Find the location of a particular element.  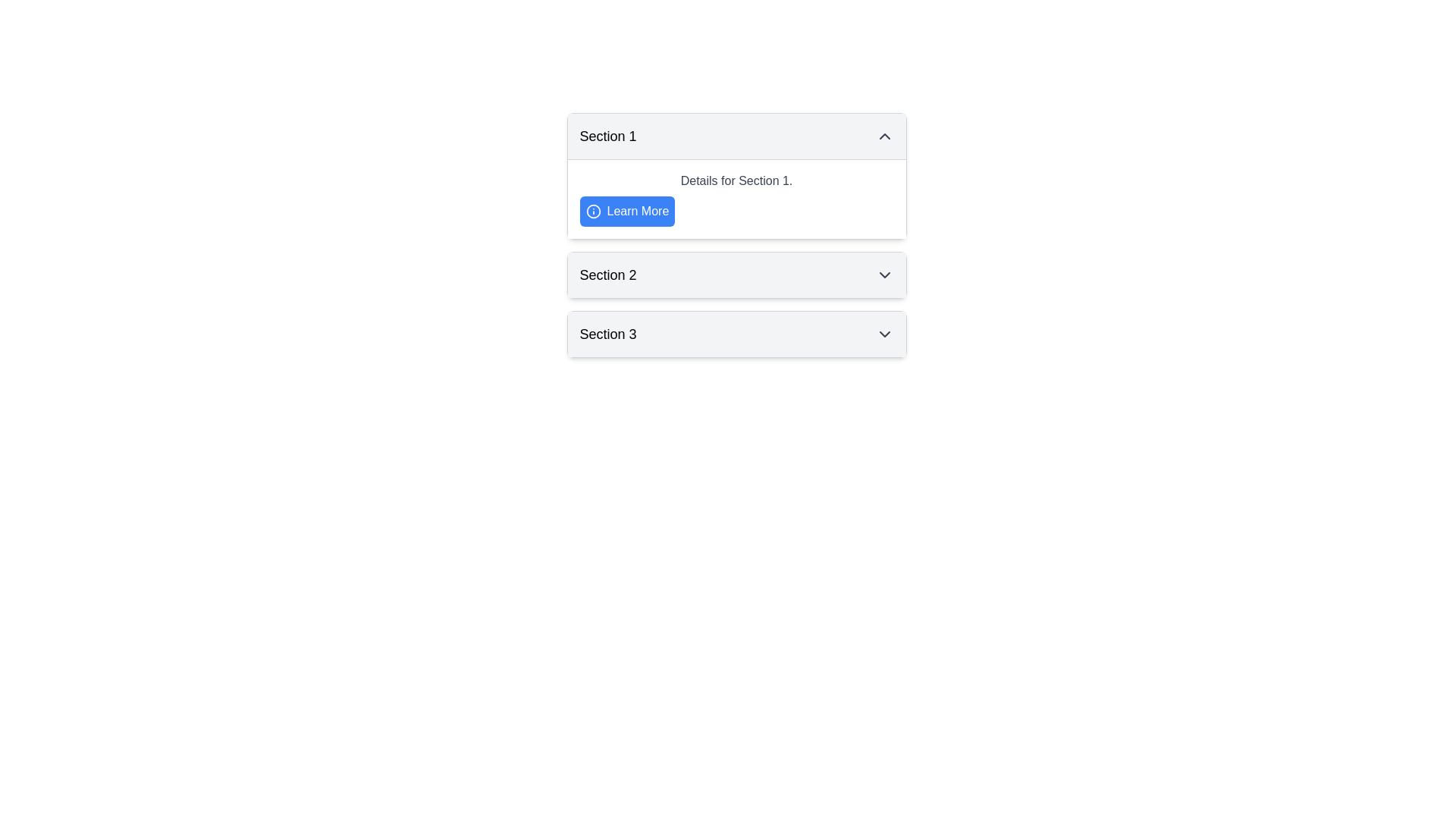

the upward-pointing chevron icon used to toggle the collapse of 'Section 1' details is located at coordinates (884, 136).